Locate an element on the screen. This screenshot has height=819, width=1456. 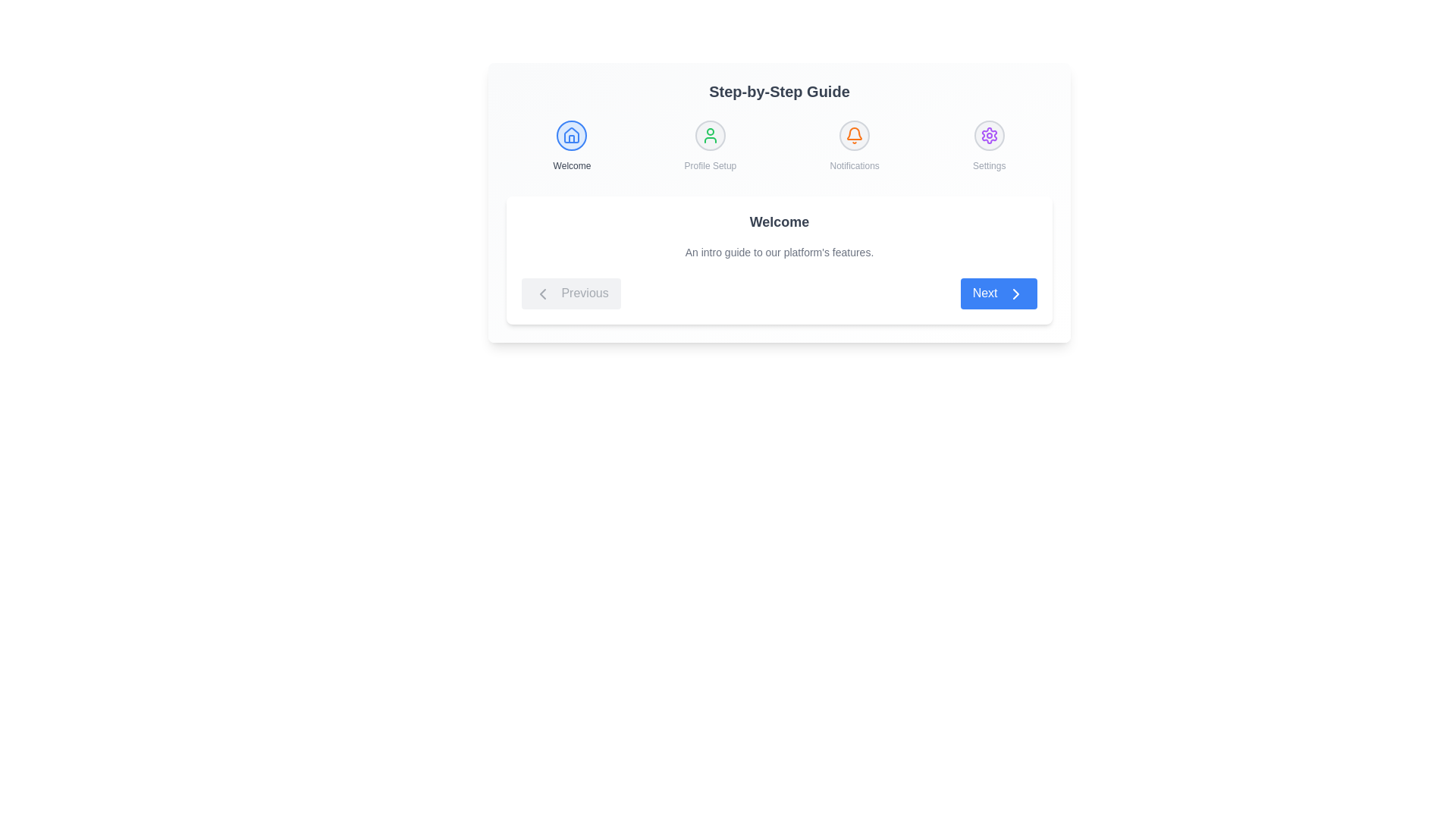
the visual feedback provided by the leftward chevron navigational arrow, which is part of the 'Previous' button in the left navigation area is located at coordinates (542, 293).